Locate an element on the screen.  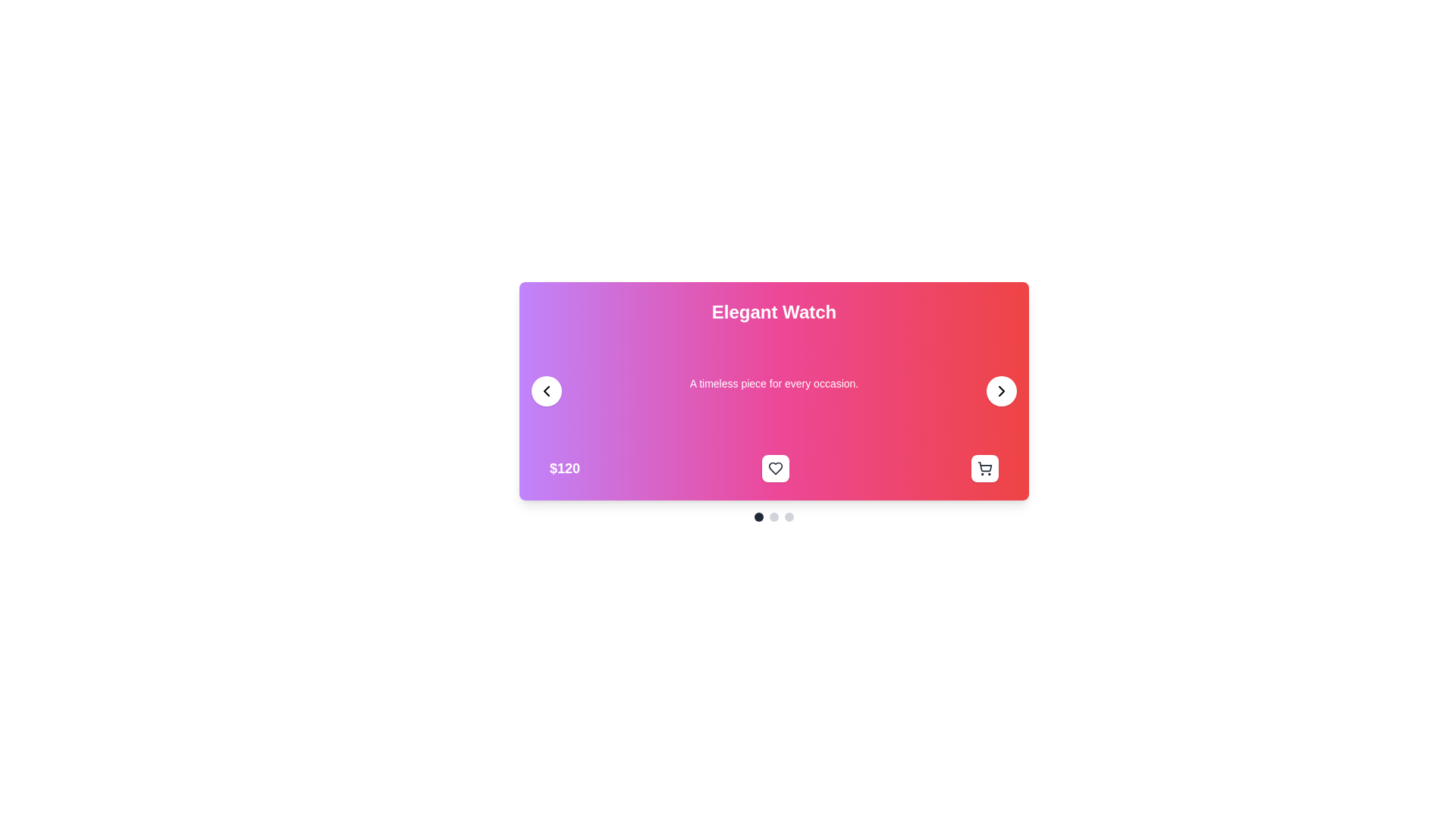
the right-pointing chevron icon embedded within the circular button located on the right side of the gradient card for keyboard navigation is located at coordinates (1001, 391).